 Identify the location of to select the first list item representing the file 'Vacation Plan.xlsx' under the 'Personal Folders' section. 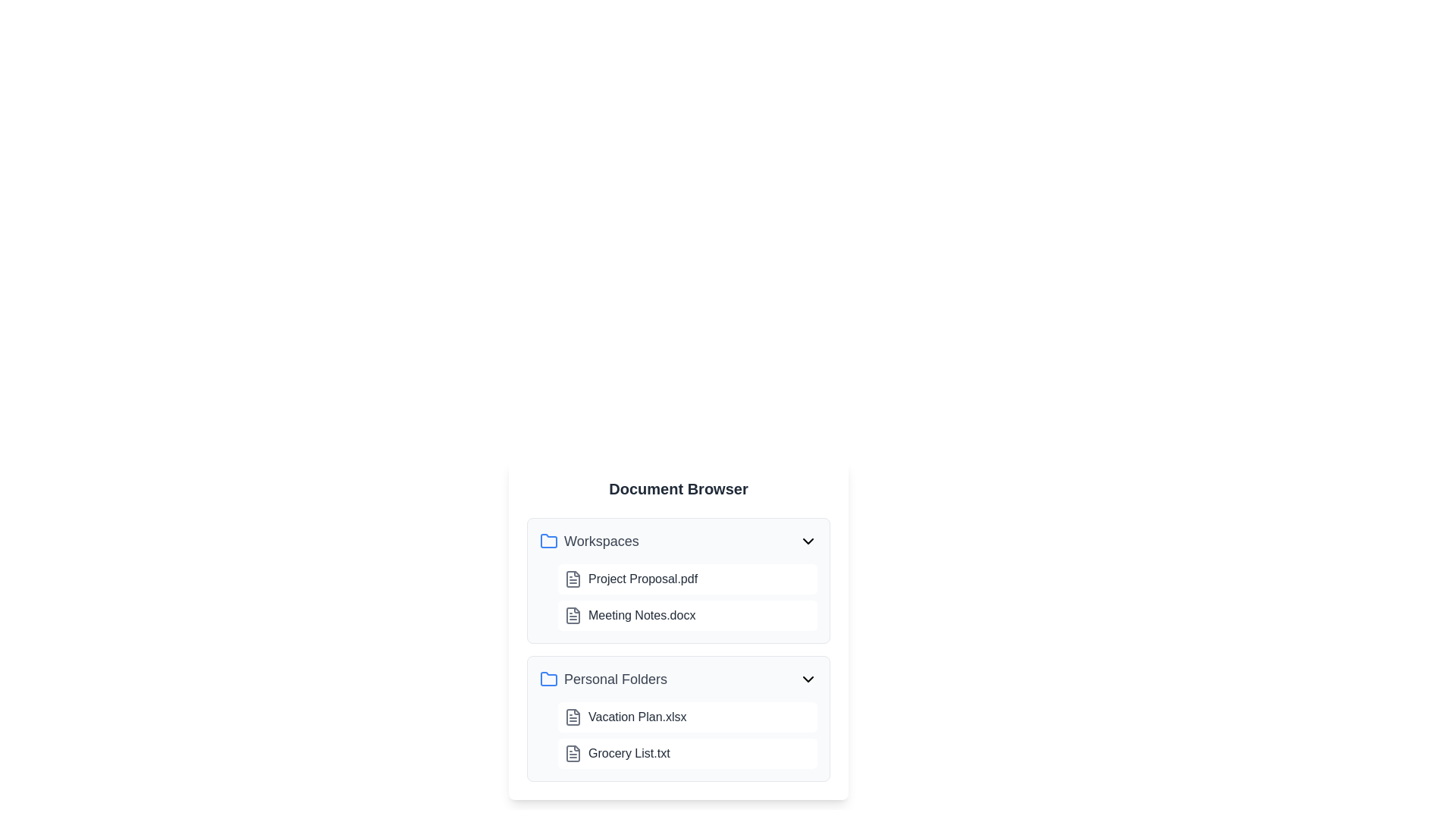
(687, 717).